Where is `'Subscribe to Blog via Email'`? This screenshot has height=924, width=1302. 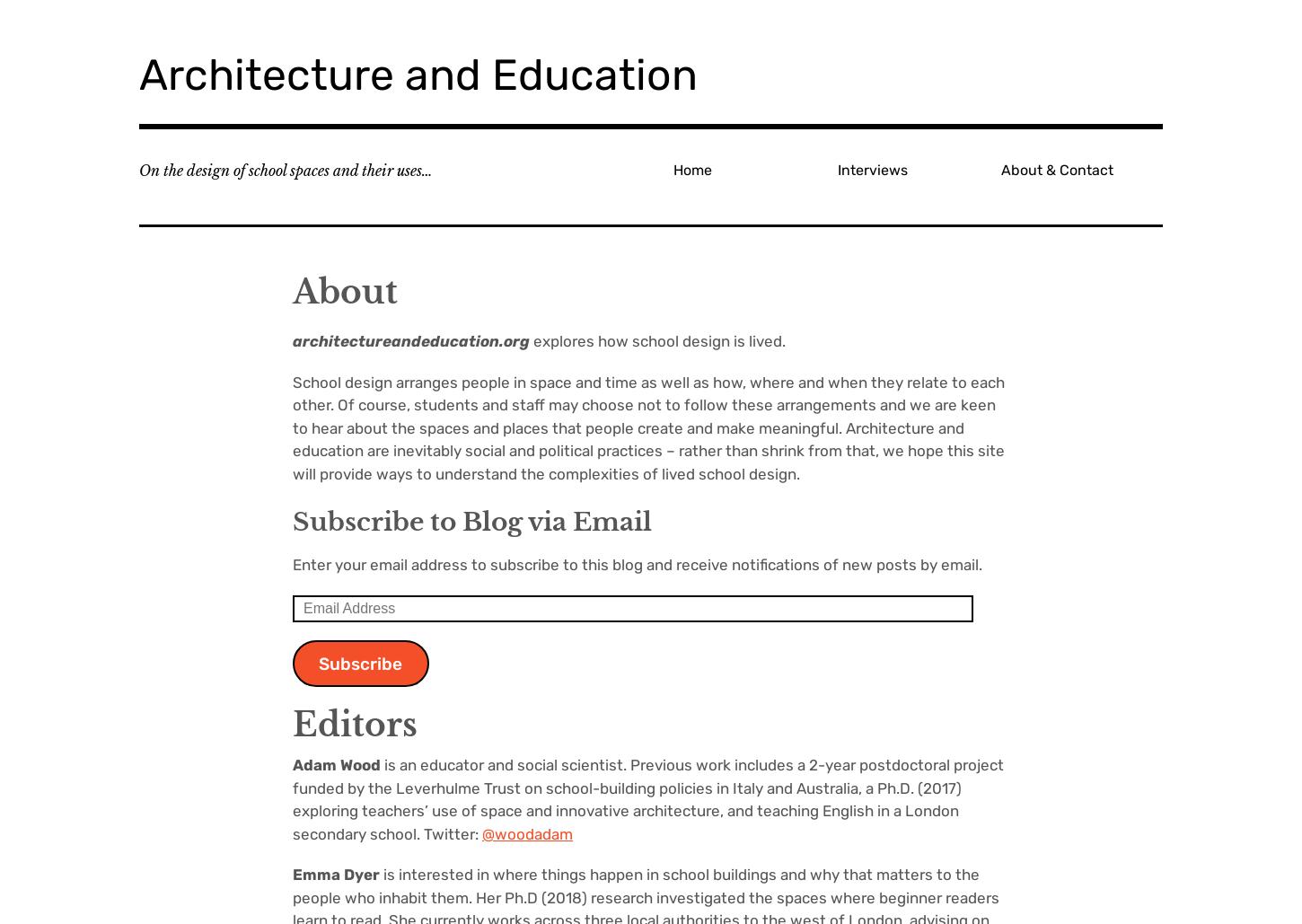
'Subscribe to Blog via Email' is located at coordinates (472, 521).